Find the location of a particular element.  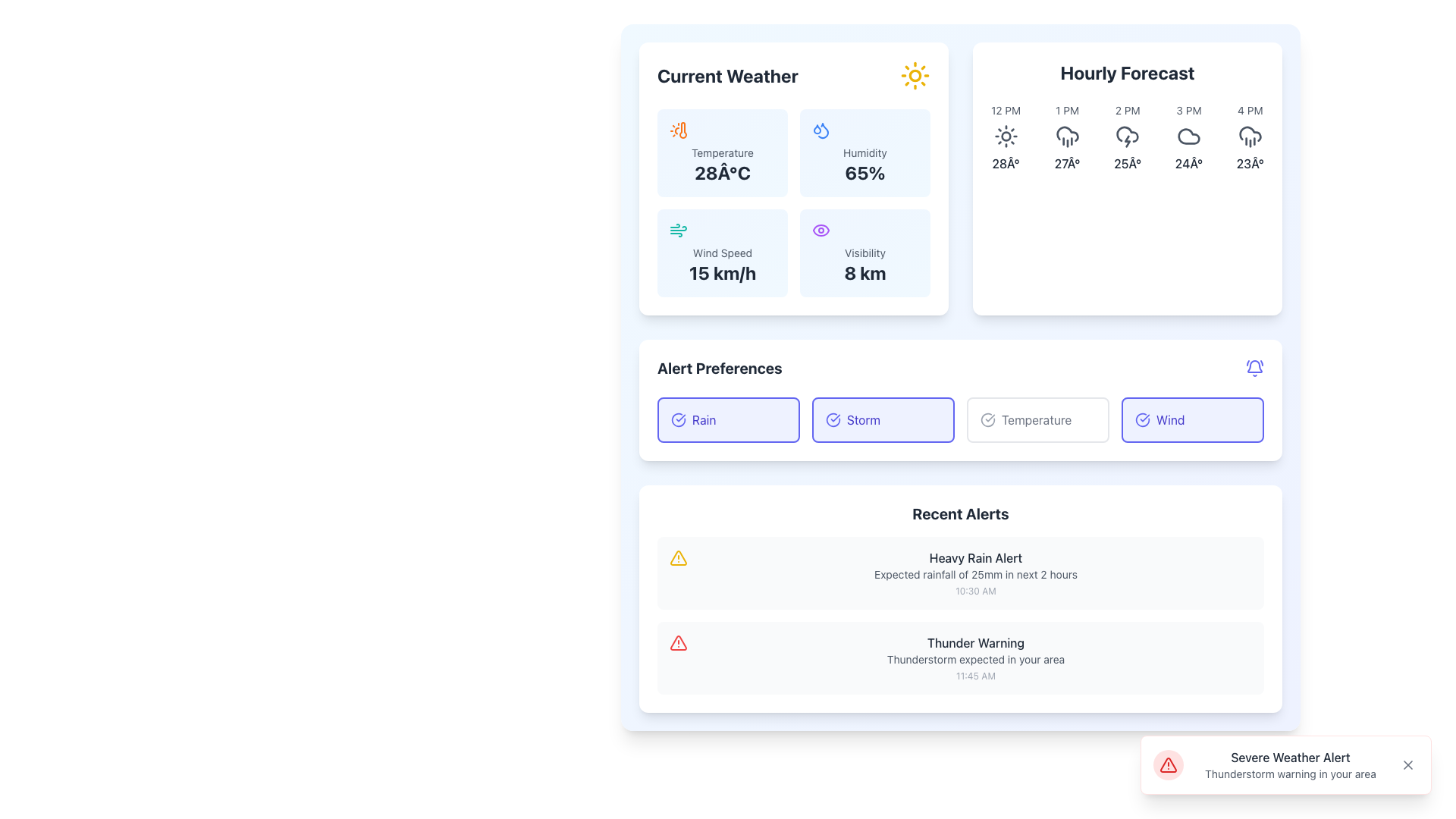

the informational label for the visibility metric located in the bottom-right box of the 'Current Weather' panel, which displays the context for the visibility value ('8 km') below it is located at coordinates (865, 253).